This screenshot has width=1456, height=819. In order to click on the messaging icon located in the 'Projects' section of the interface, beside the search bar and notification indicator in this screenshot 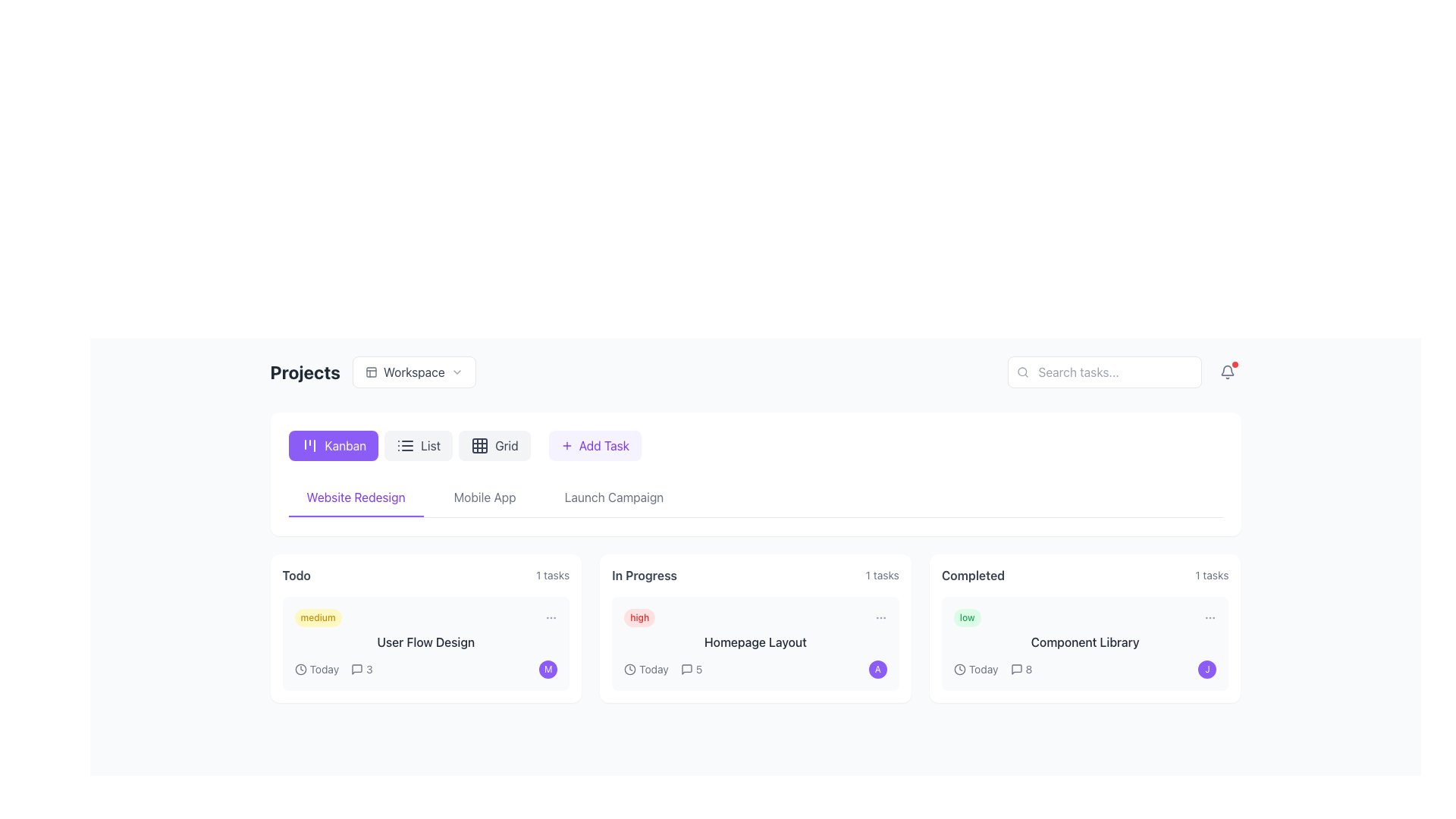, I will do `click(356, 669)`.